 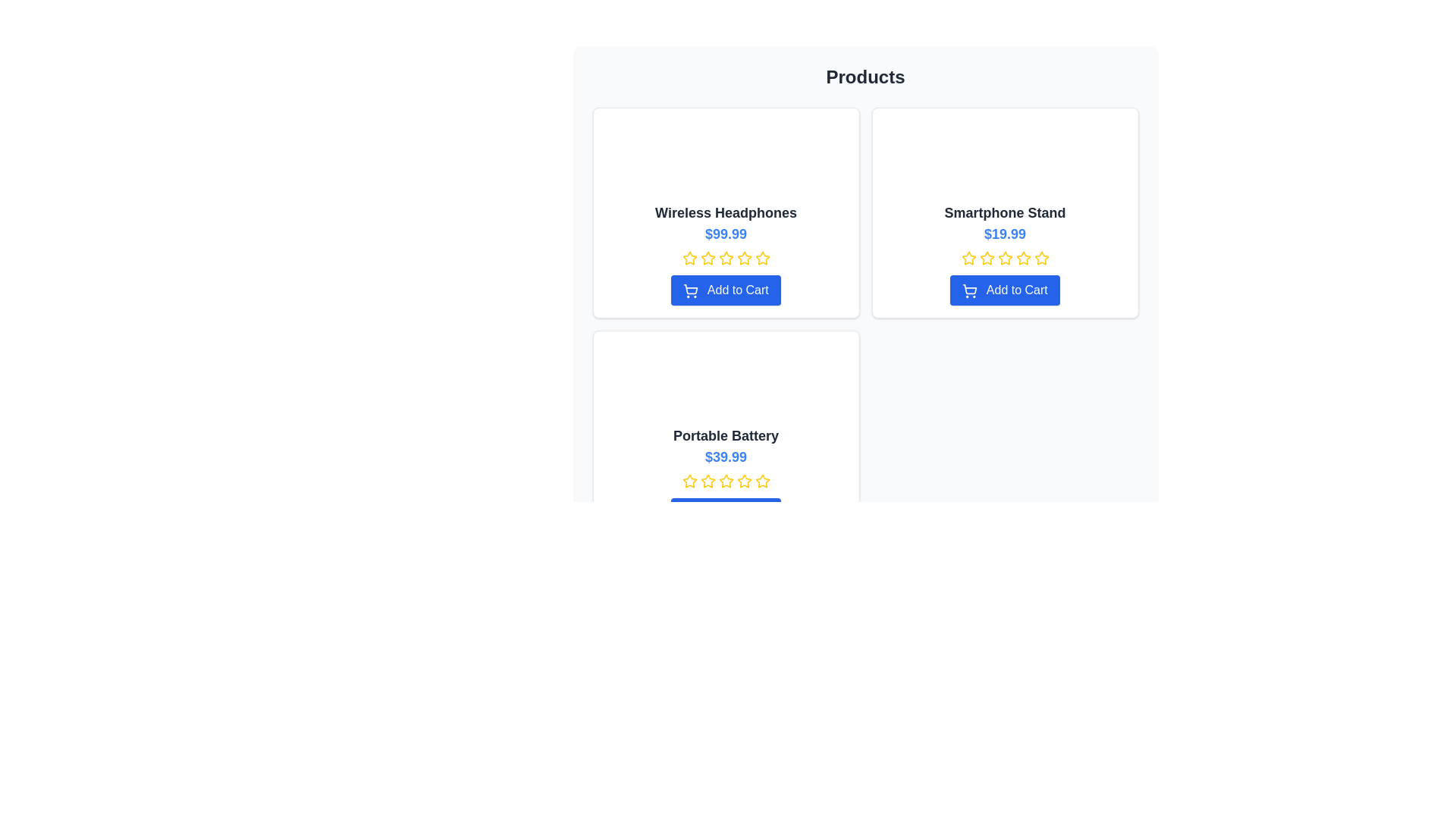 What do you see at coordinates (689, 481) in the screenshot?
I see `the first five-pointed star icon with a yellow fill in the rating section of the 'Portable Battery' card to rate it` at bounding box center [689, 481].